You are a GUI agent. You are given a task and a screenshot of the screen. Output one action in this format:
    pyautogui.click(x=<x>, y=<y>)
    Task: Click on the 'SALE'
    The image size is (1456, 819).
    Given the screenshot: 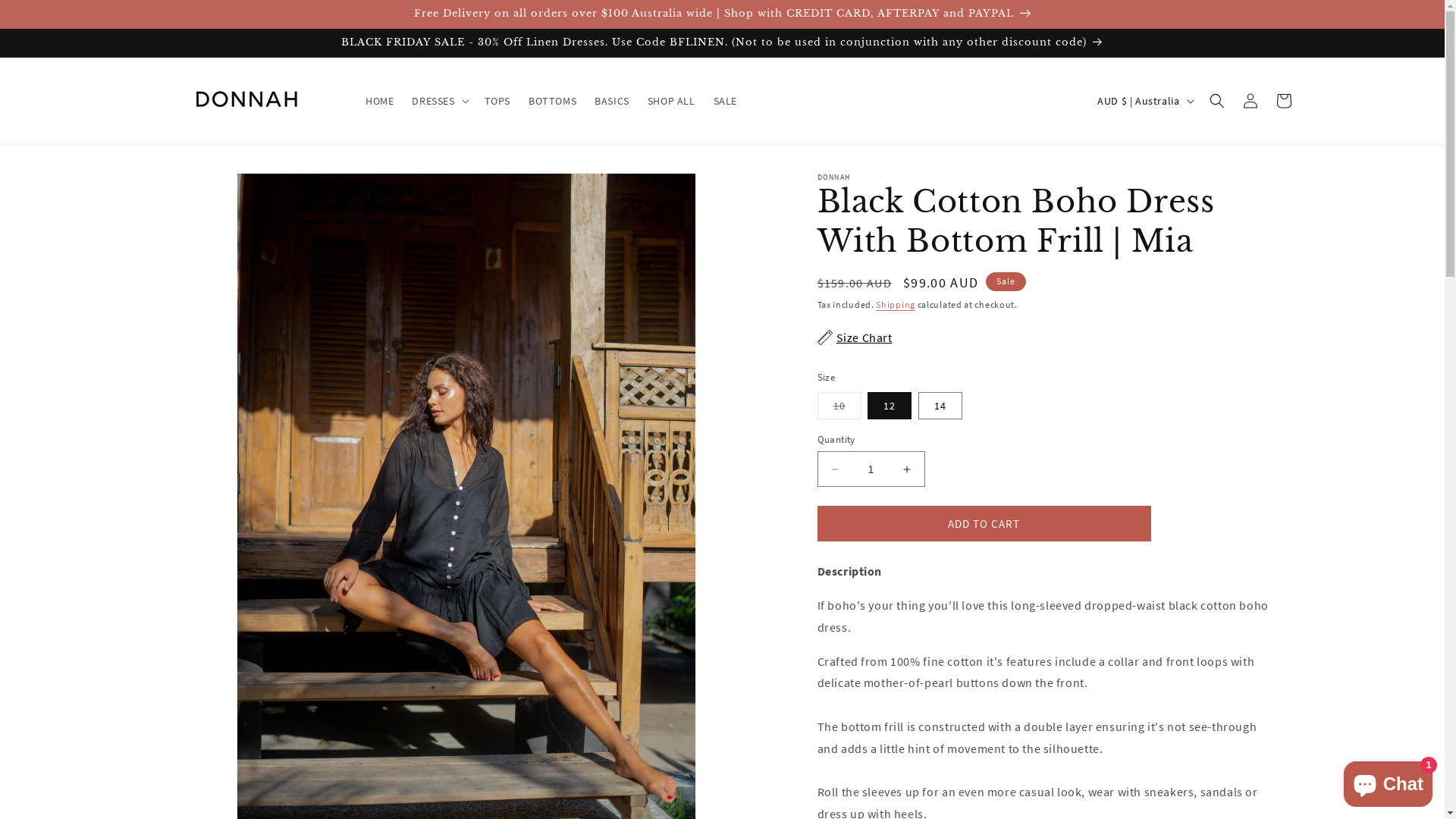 What is the action you would take?
    pyautogui.click(x=724, y=100)
    